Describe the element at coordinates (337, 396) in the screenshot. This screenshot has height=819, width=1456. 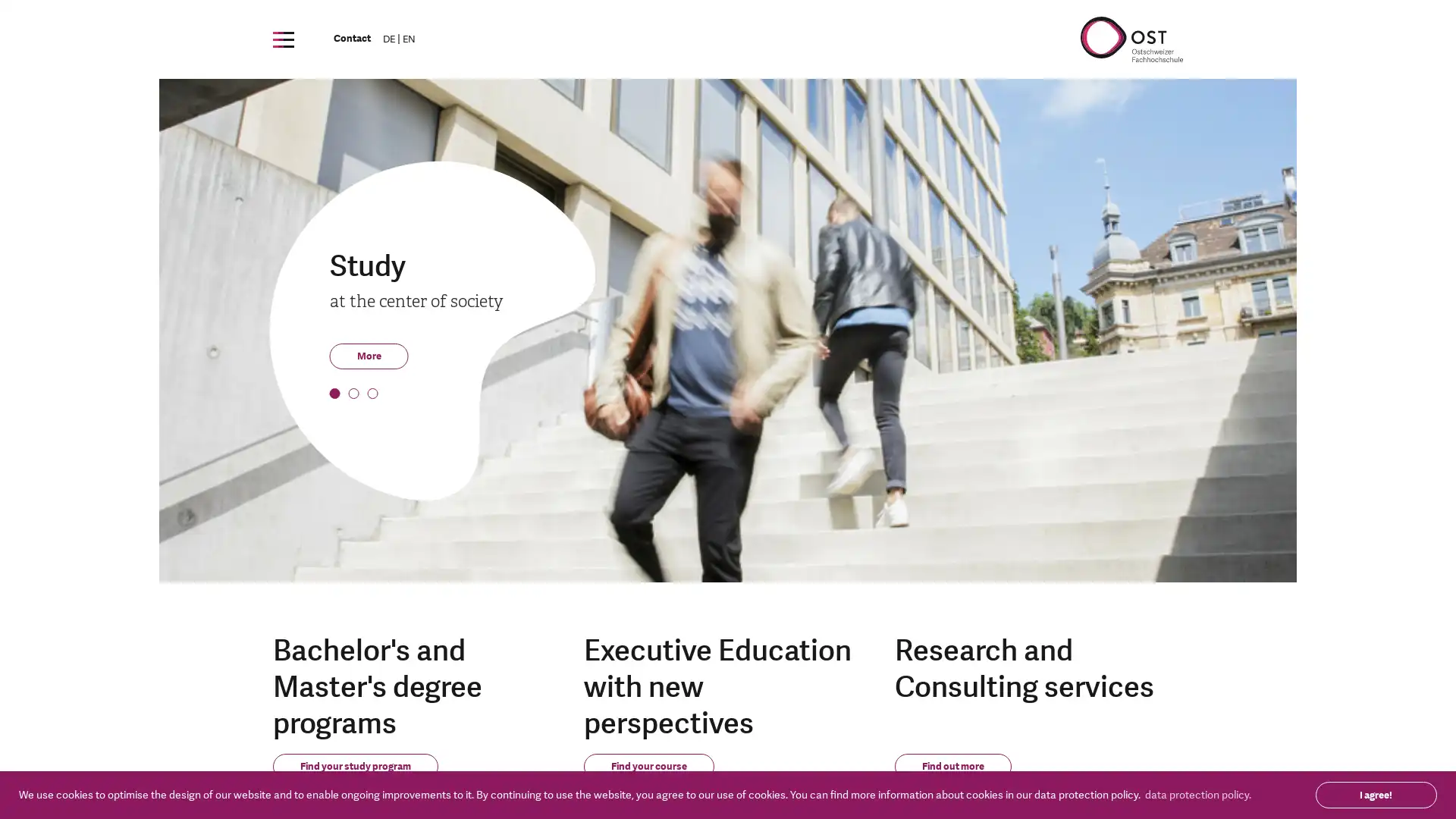
I see `1` at that location.